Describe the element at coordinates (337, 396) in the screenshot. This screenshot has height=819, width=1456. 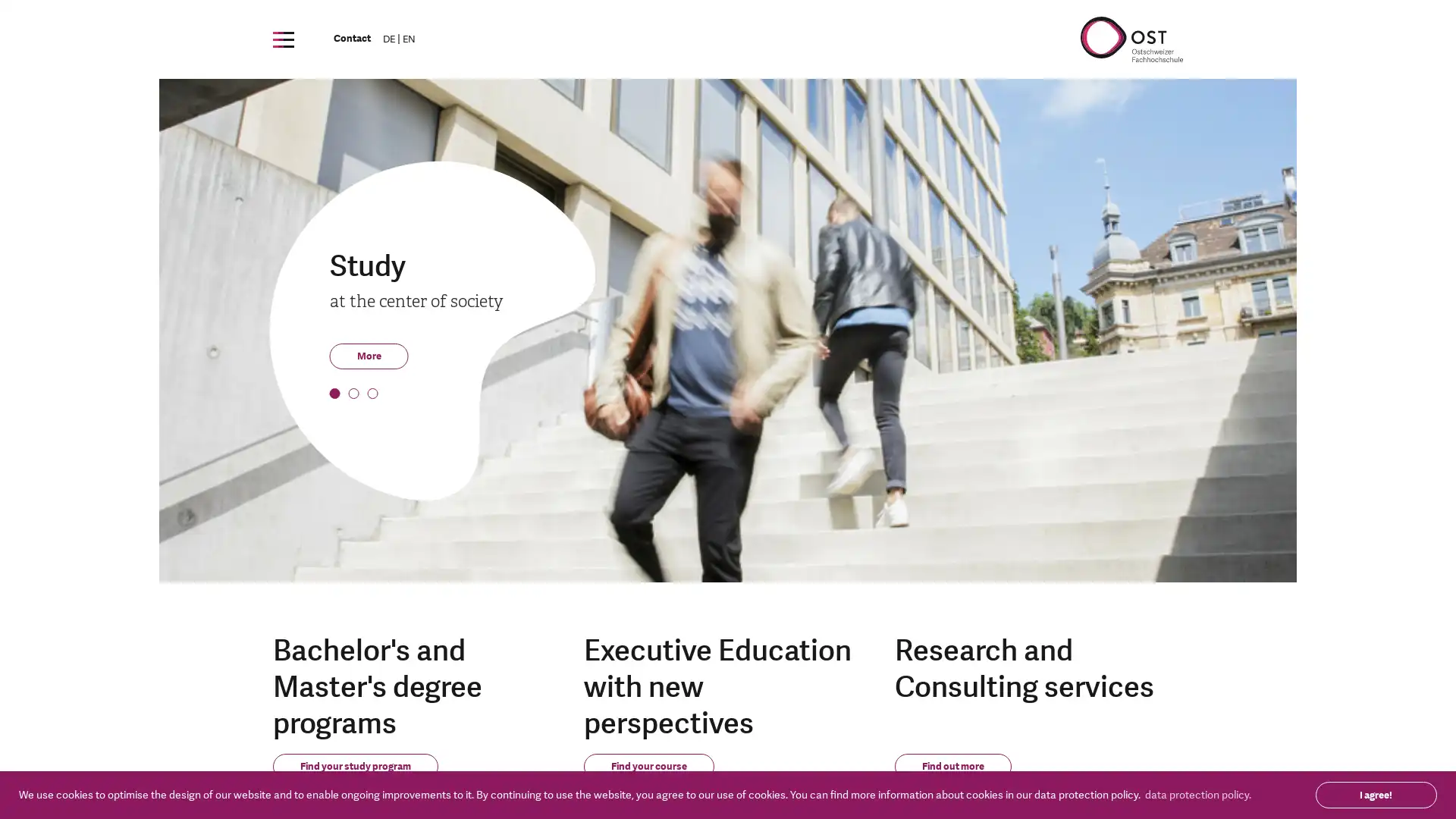
I see `1` at that location.